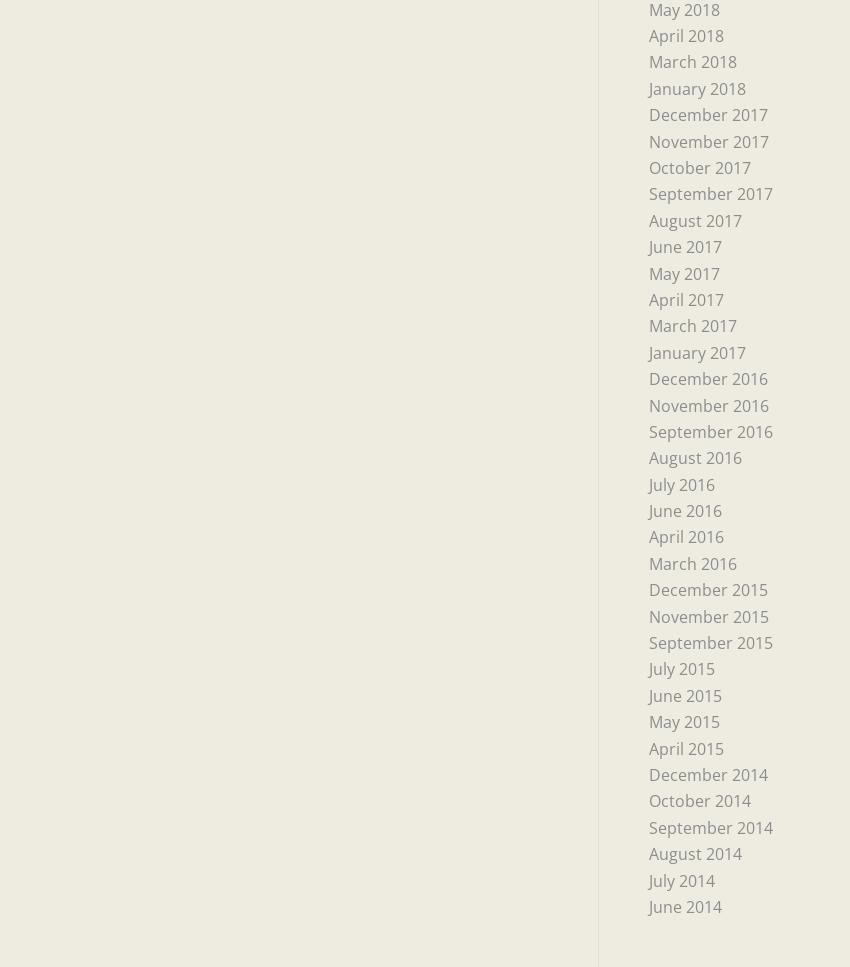  Describe the element at coordinates (648, 457) in the screenshot. I see `'August 2016'` at that location.